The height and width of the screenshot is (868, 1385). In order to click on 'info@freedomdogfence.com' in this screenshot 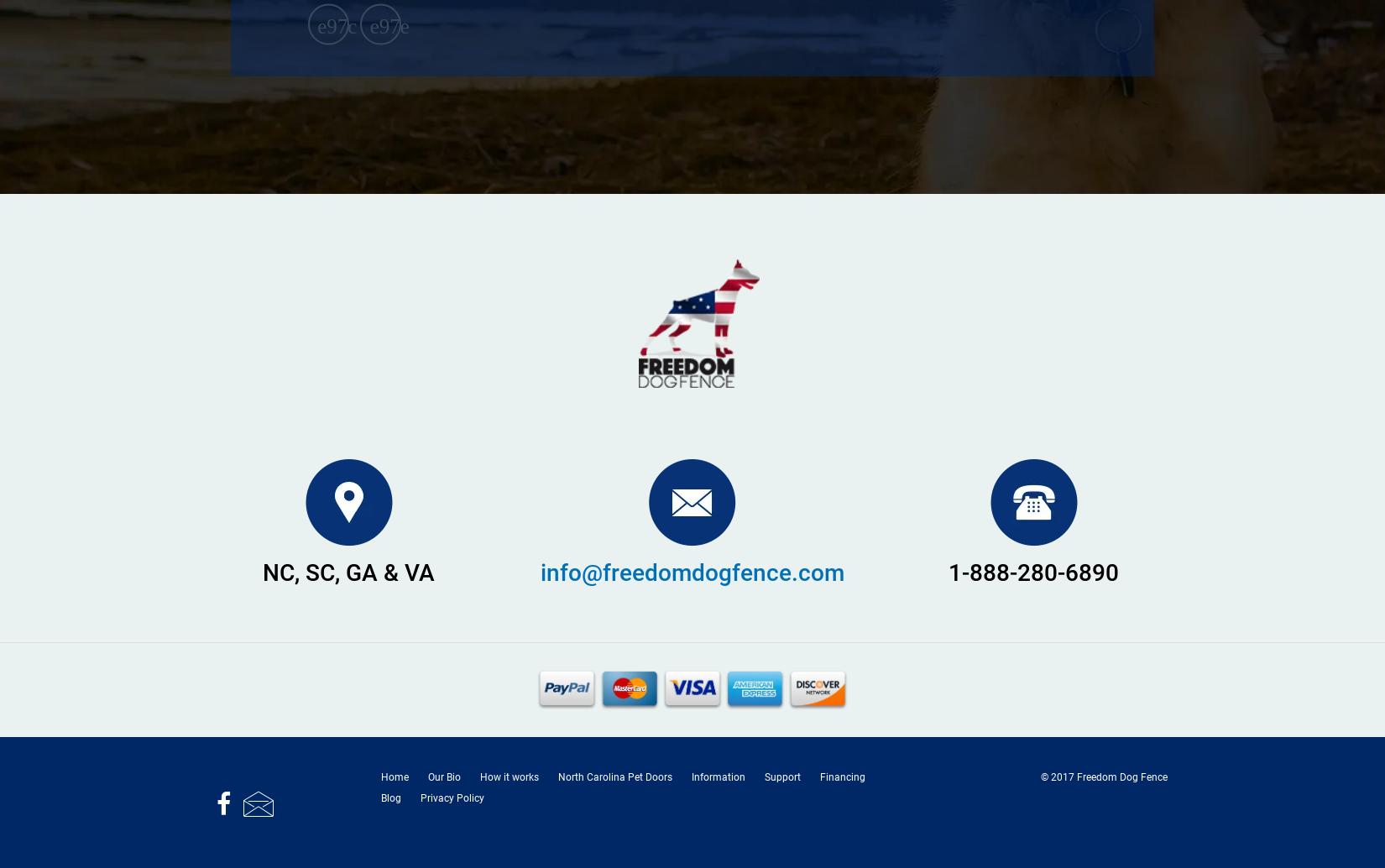, I will do `click(691, 573)`.